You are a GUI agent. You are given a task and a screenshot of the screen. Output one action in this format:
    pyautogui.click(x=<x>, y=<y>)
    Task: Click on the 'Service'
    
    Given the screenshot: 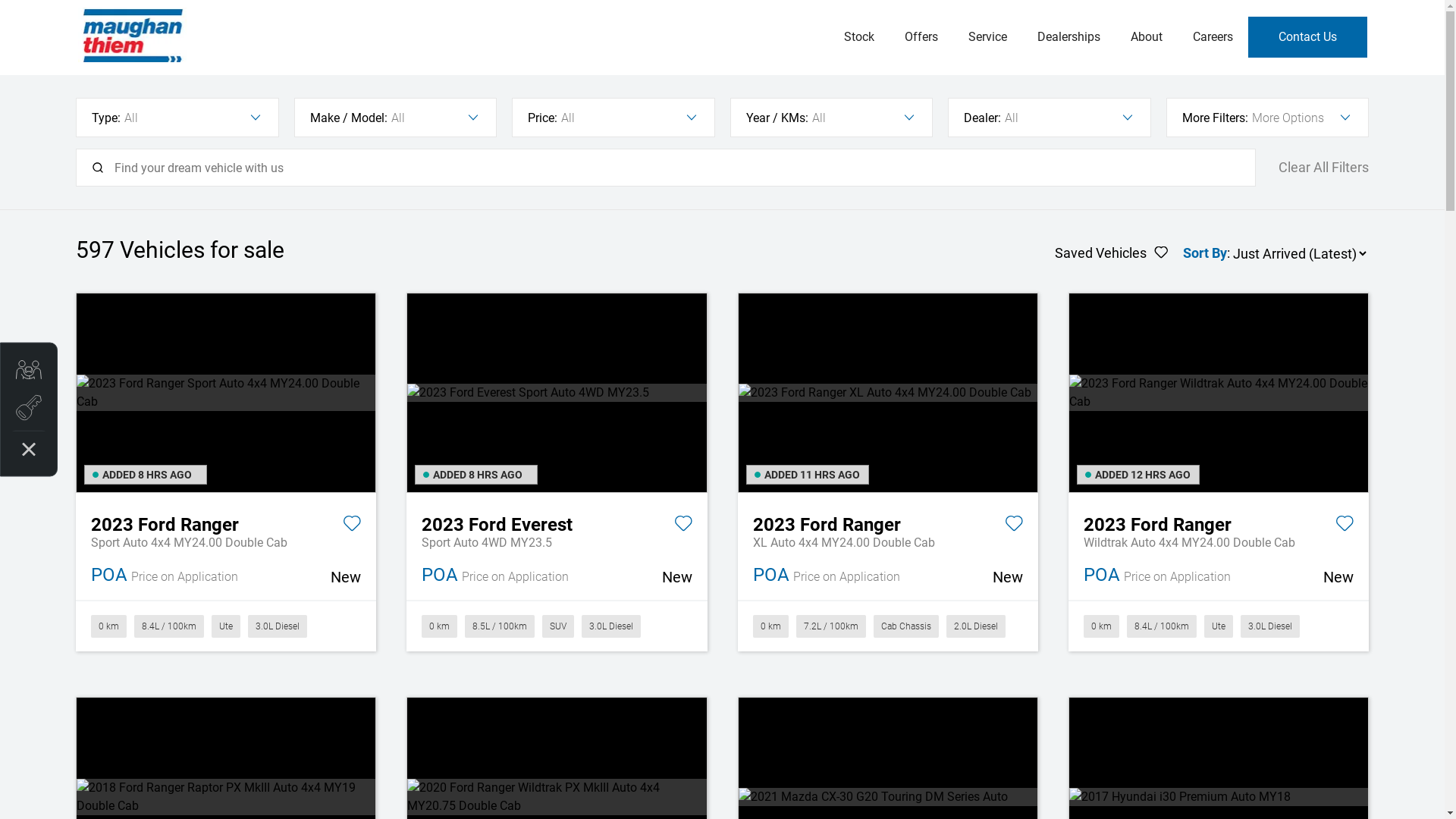 What is the action you would take?
    pyautogui.click(x=952, y=36)
    